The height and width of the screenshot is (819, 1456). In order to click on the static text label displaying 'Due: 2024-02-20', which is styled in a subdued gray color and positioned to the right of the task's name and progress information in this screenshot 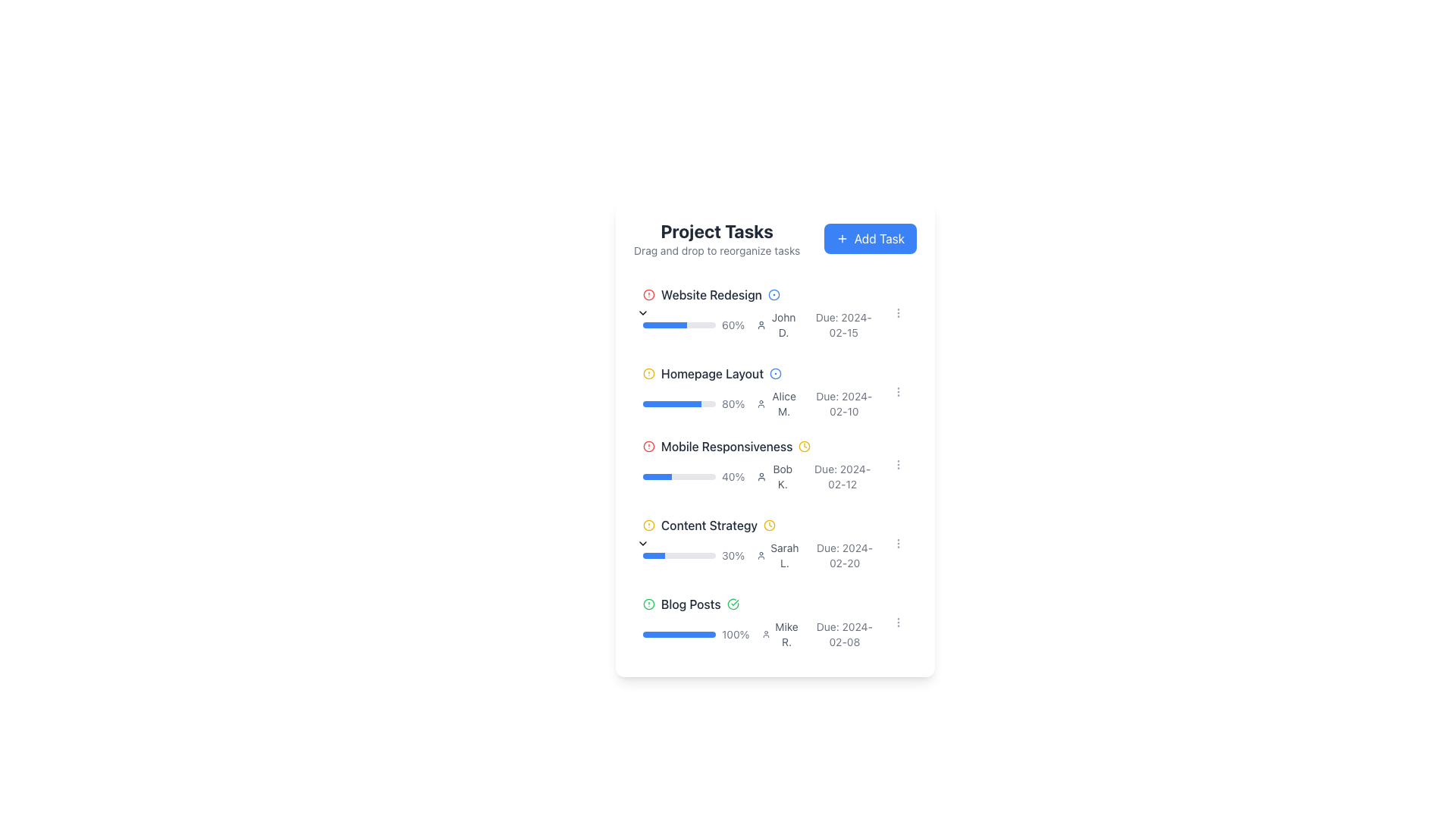, I will do `click(844, 555)`.